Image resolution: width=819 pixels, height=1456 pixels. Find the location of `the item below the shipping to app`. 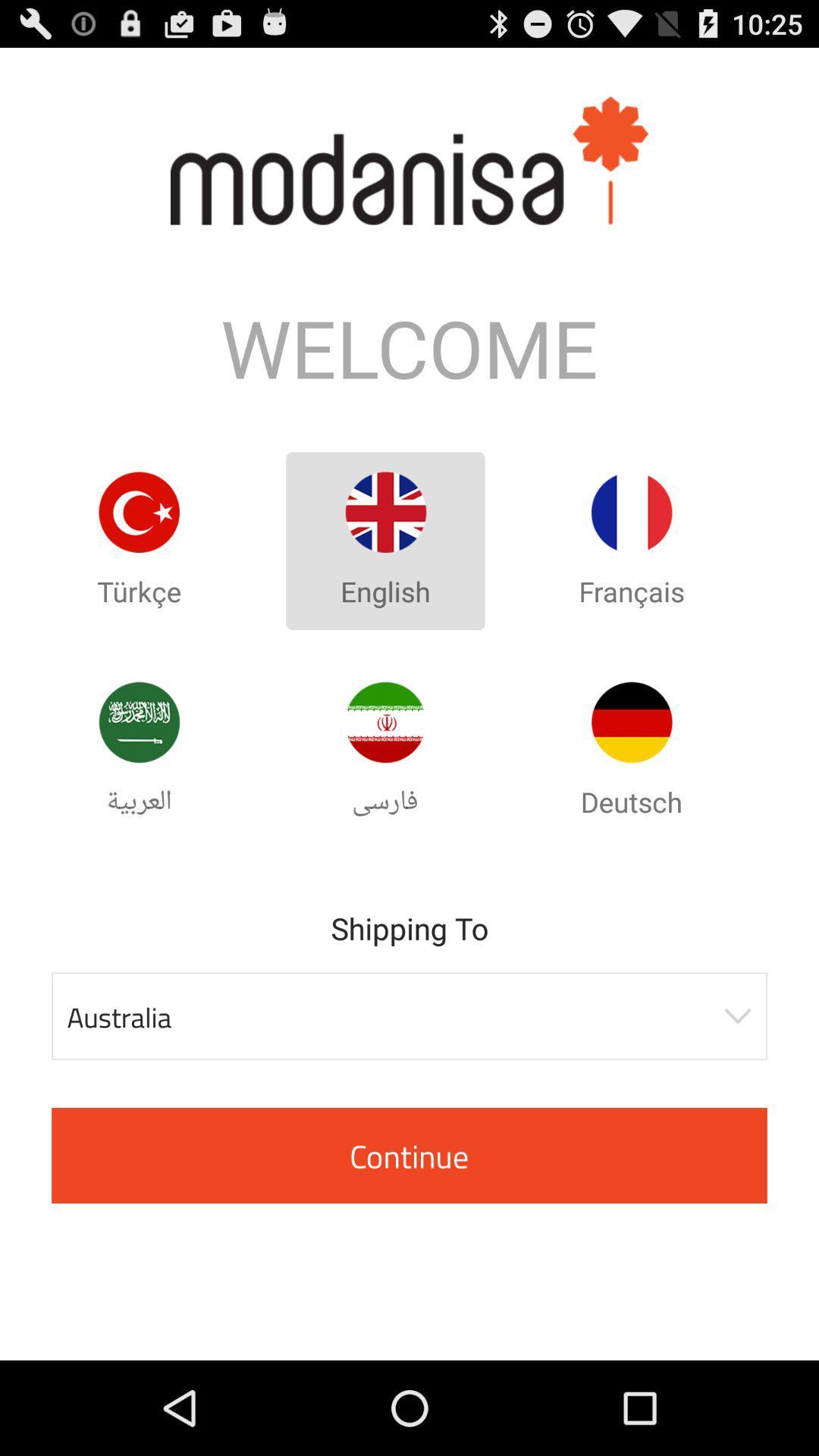

the item below the shipping to app is located at coordinates (409, 1016).